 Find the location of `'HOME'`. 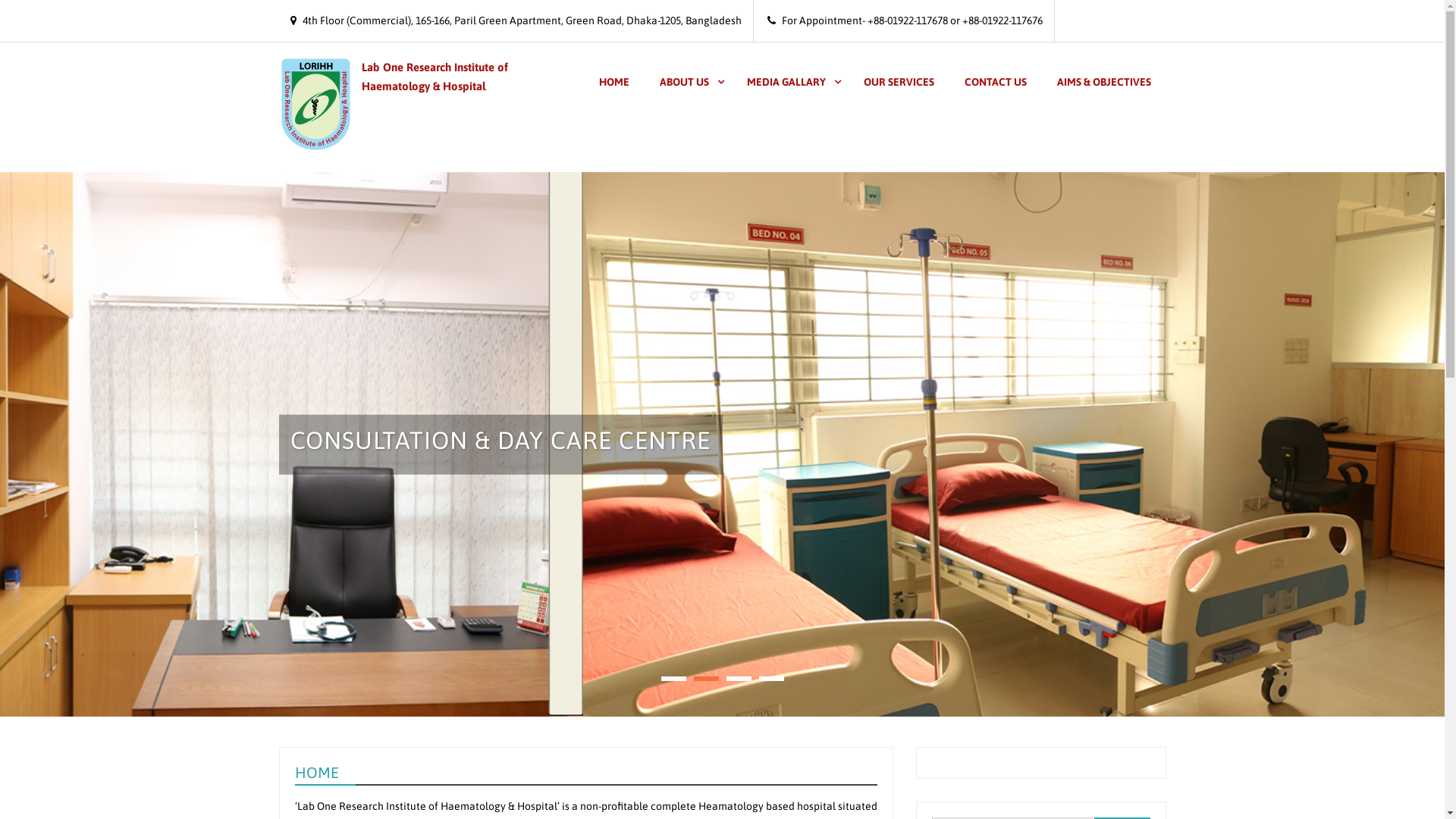

'HOME' is located at coordinates (614, 82).